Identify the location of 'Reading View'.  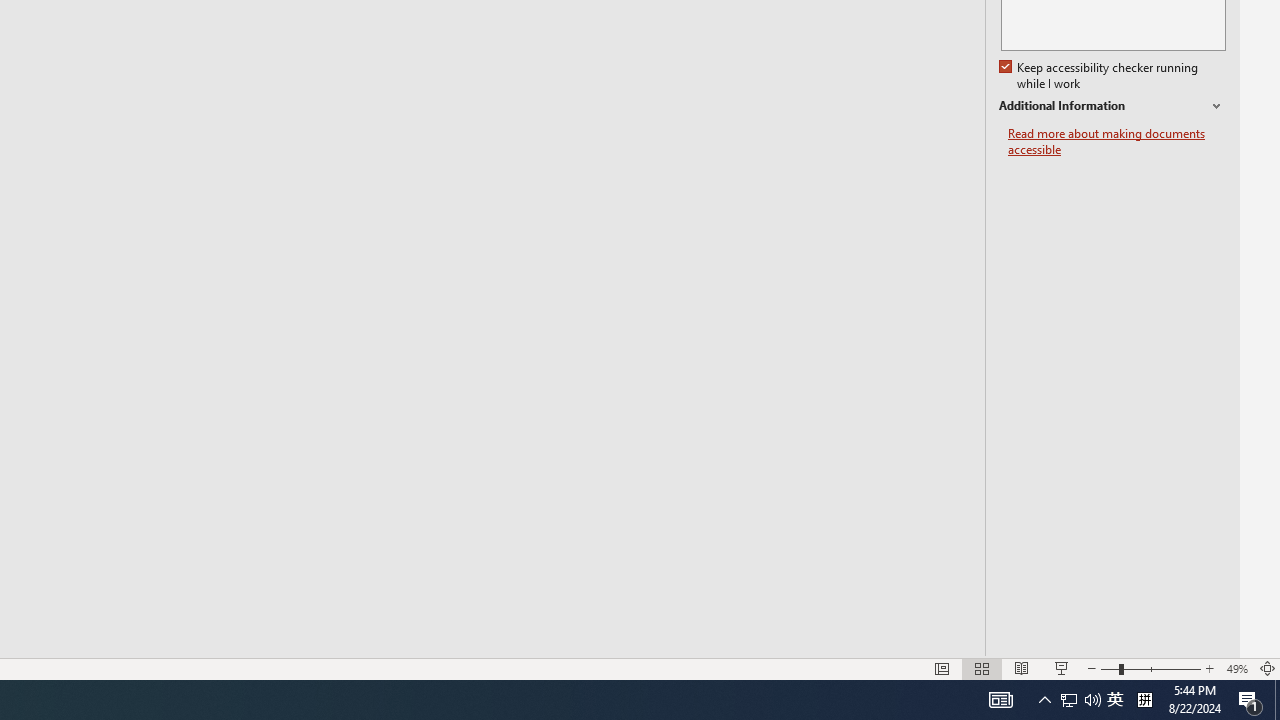
(1022, 669).